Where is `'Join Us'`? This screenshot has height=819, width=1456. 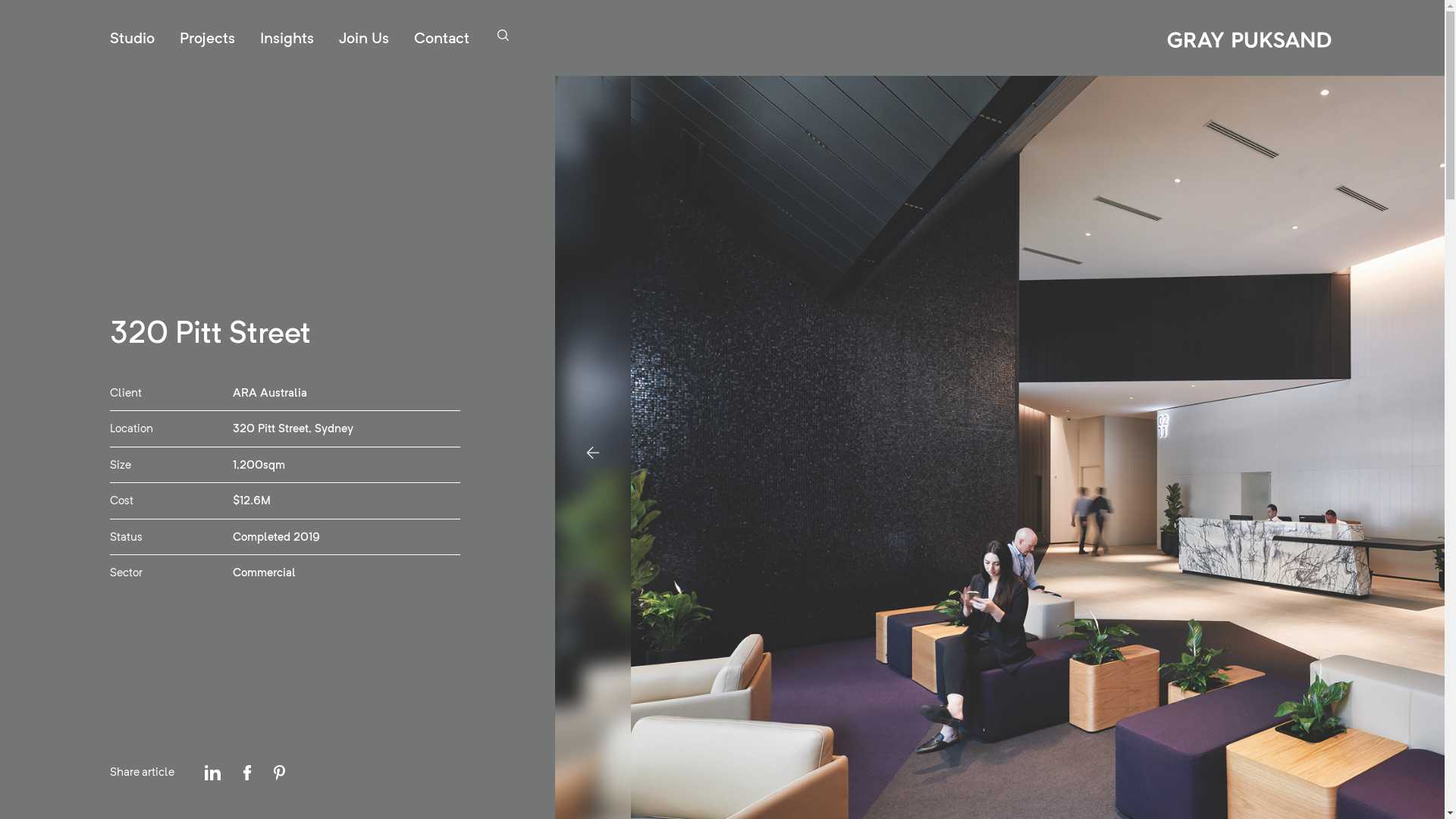
'Join Us' is located at coordinates (364, 37).